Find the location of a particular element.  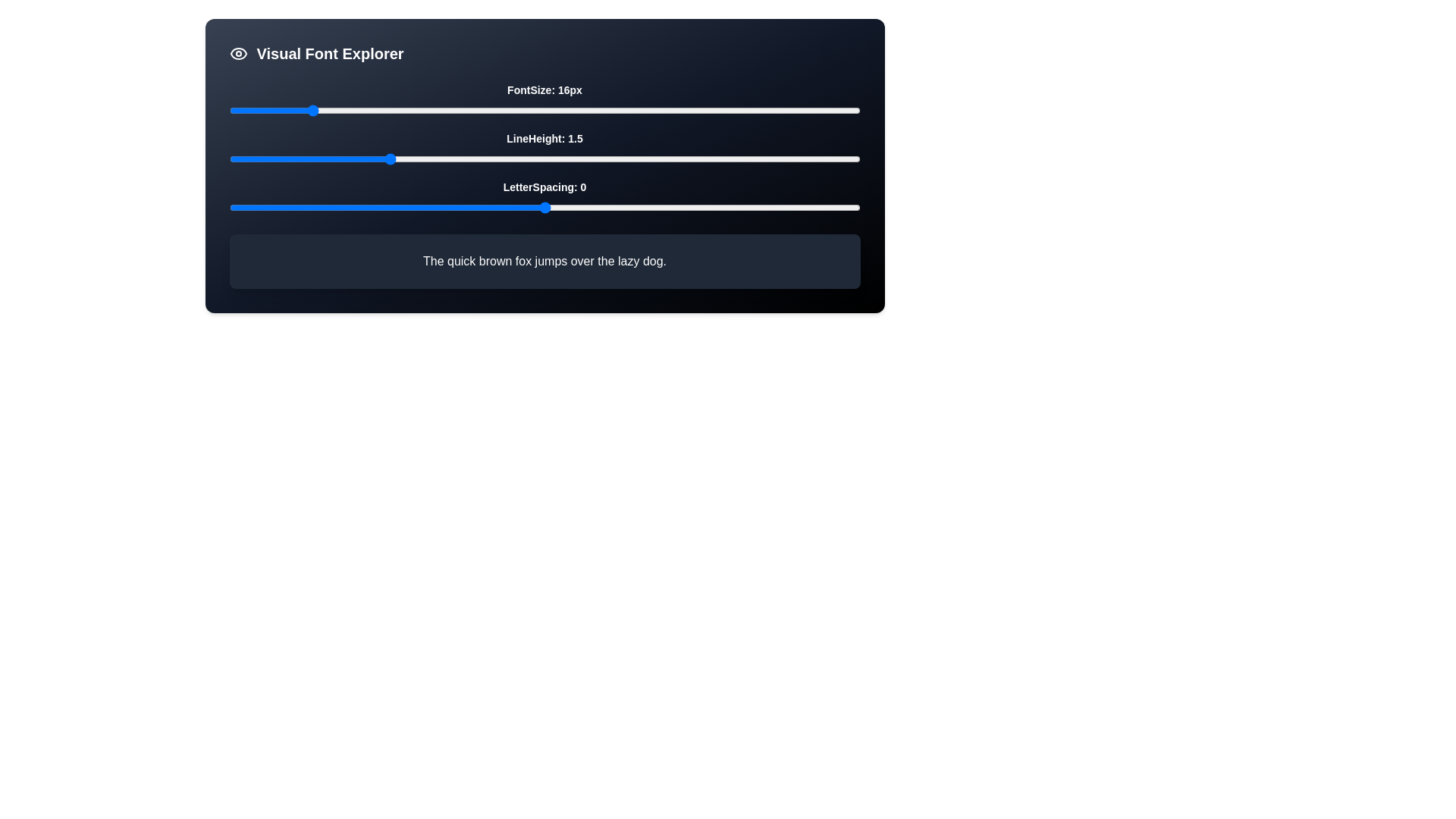

the line height slider to 1 is located at coordinates (228, 158).